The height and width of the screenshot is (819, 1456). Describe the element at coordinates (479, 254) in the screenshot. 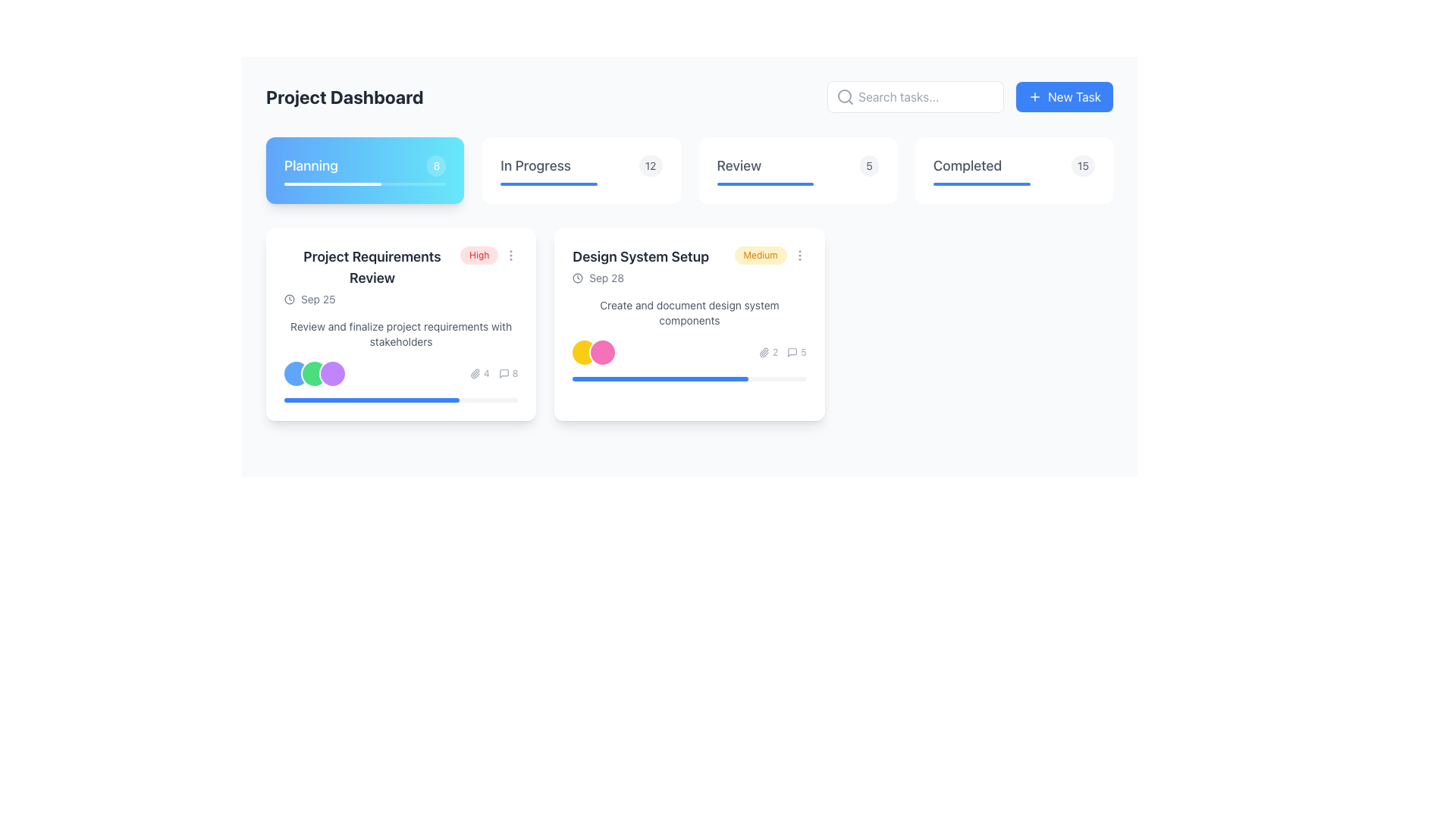

I see `the small, pill-shaped label displaying 'High' in red font located at the top-right corner of the 'Project Requirements Review' card` at that location.